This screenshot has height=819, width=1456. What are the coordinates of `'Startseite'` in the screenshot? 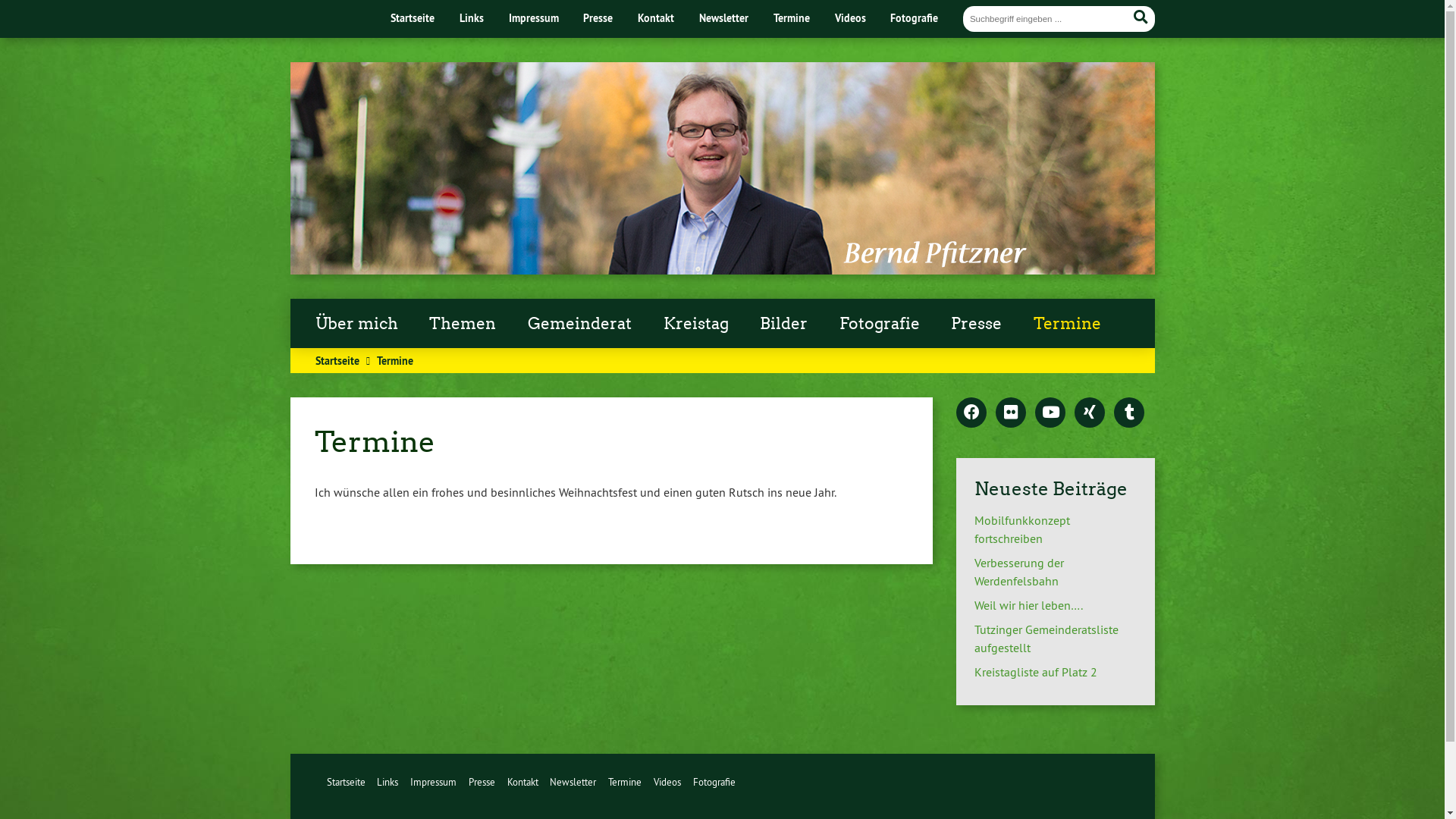 It's located at (344, 781).